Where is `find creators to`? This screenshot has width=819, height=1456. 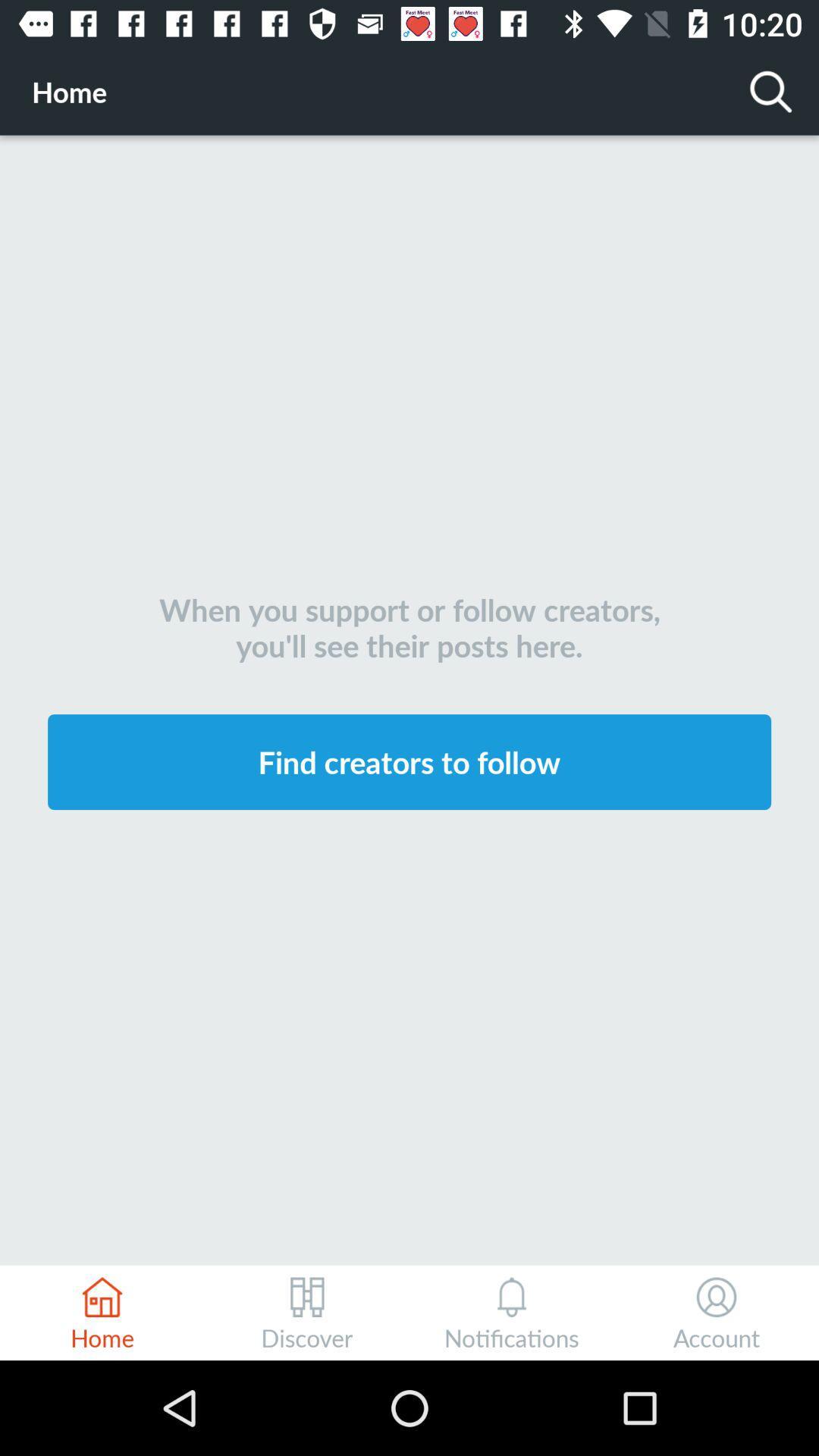 find creators to is located at coordinates (409, 761).